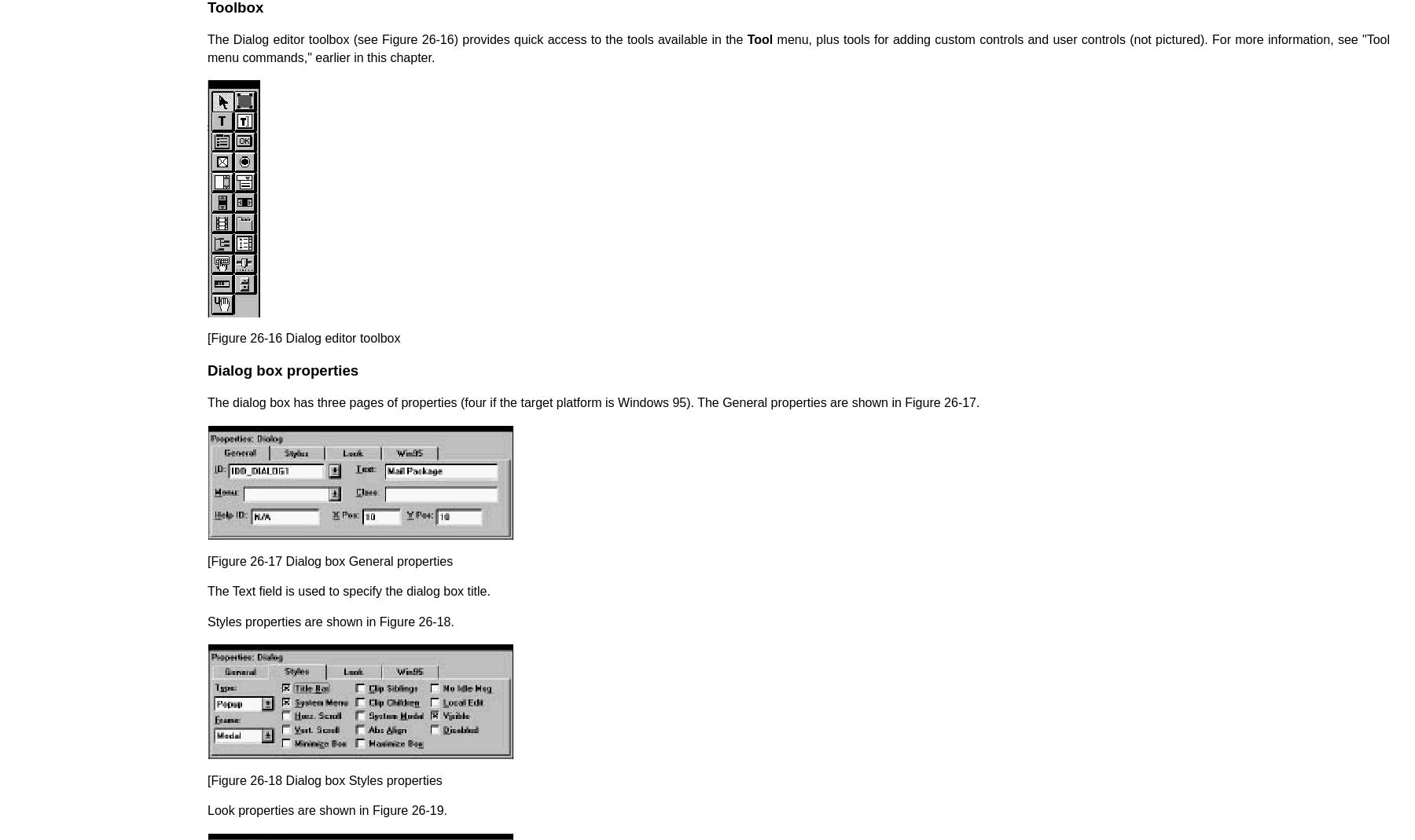 Image resolution: width=1415 pixels, height=840 pixels. Describe the element at coordinates (324, 779) in the screenshot. I see `'[Figure 26-18 Dialog box Styles properties'` at that location.